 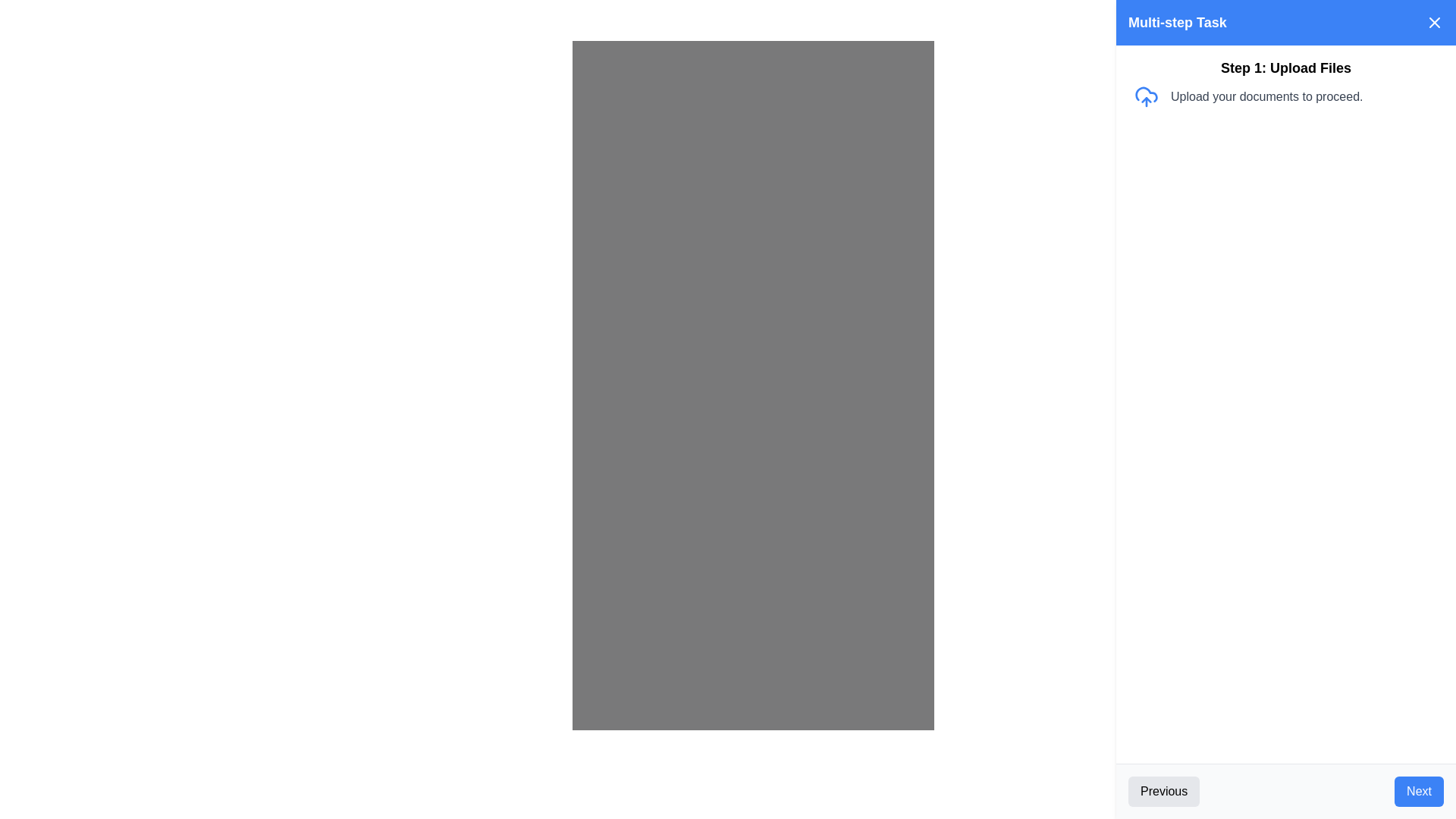 What do you see at coordinates (1433, 23) in the screenshot?
I see `the close button located at the top-right corner of the blue header section containing the text 'Multi-step Task'` at bounding box center [1433, 23].